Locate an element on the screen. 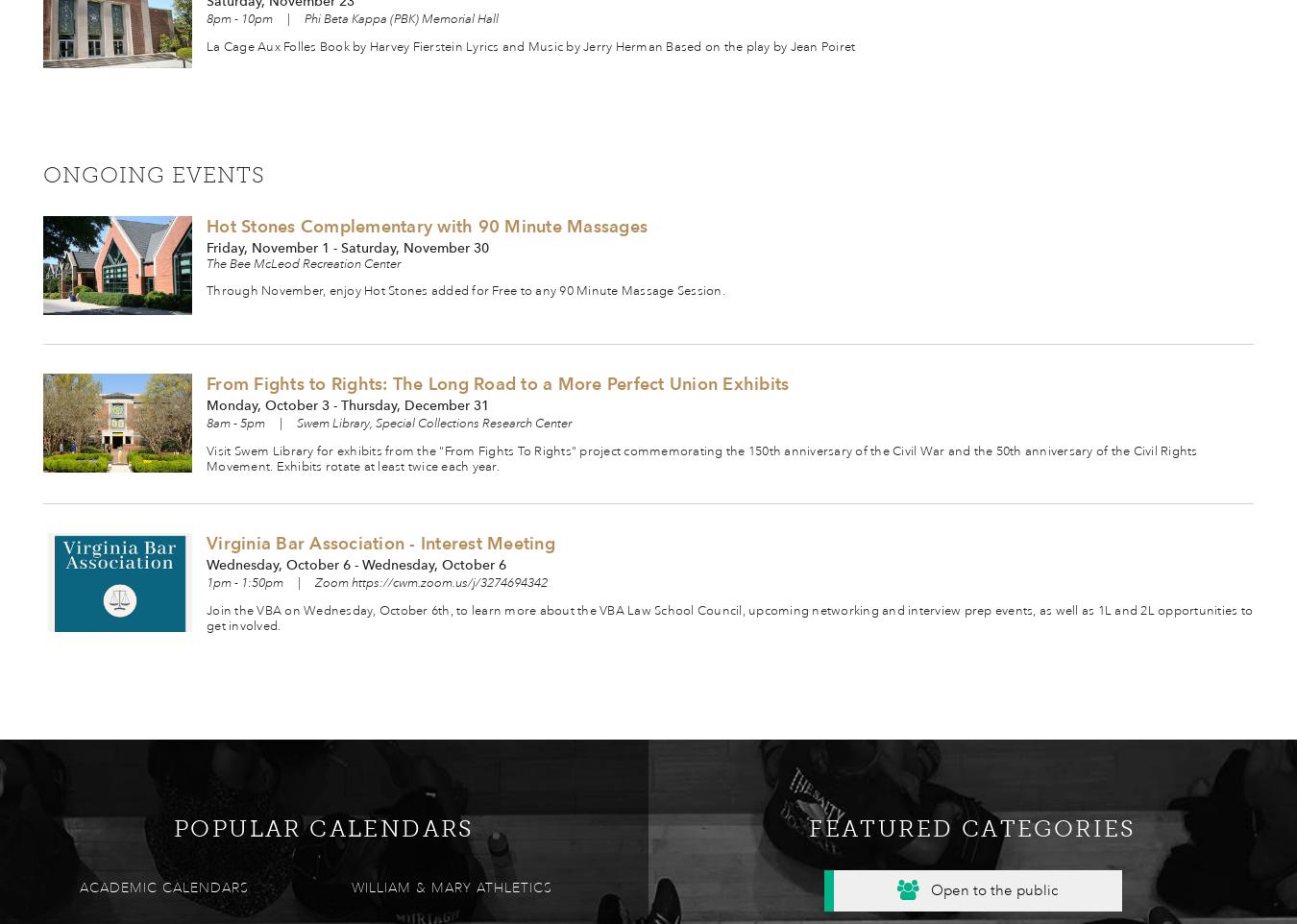 This screenshot has width=1297, height=924. '8pm - 10pm' is located at coordinates (238, 18).